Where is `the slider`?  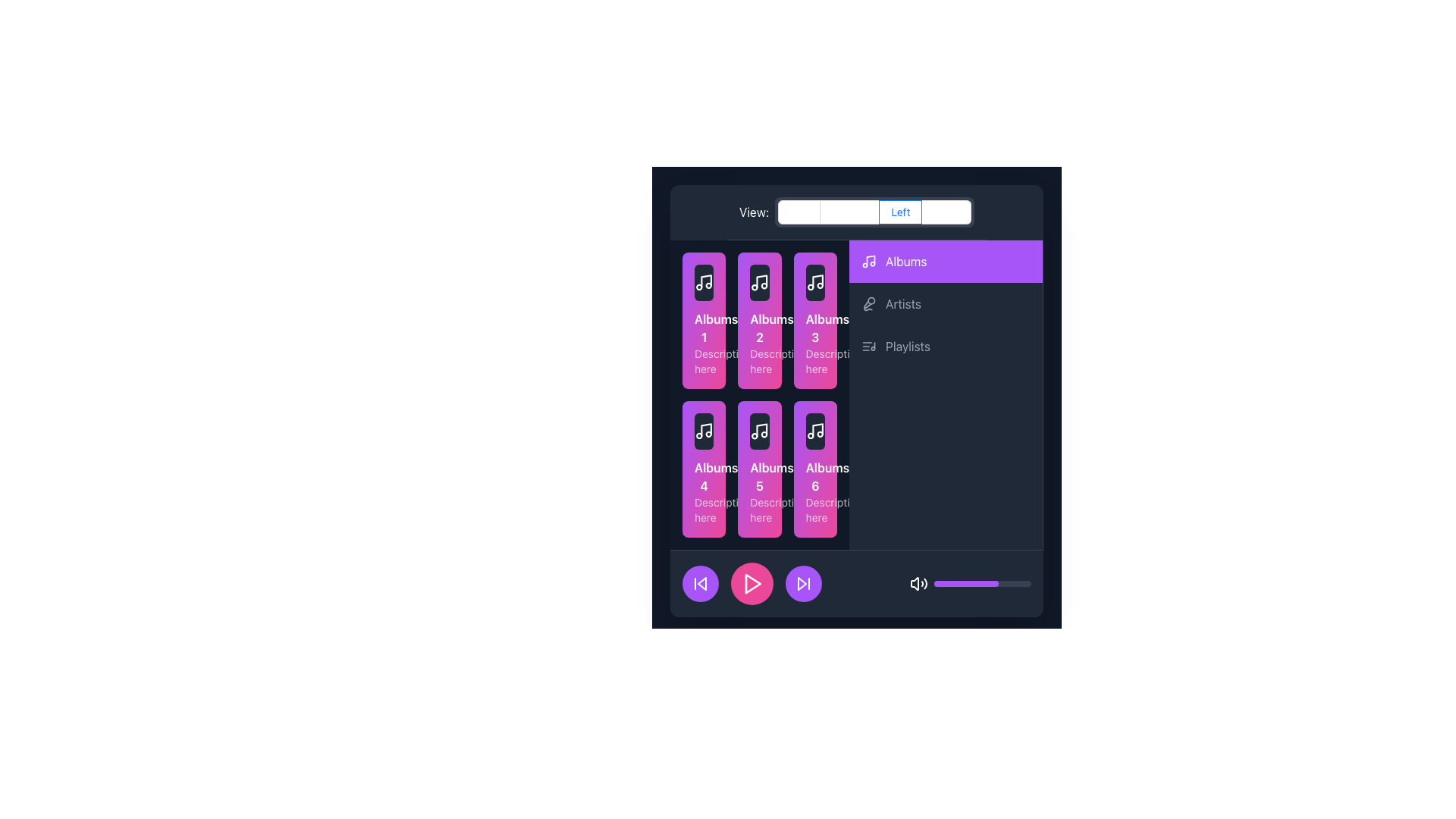
the slider is located at coordinates (966, 583).